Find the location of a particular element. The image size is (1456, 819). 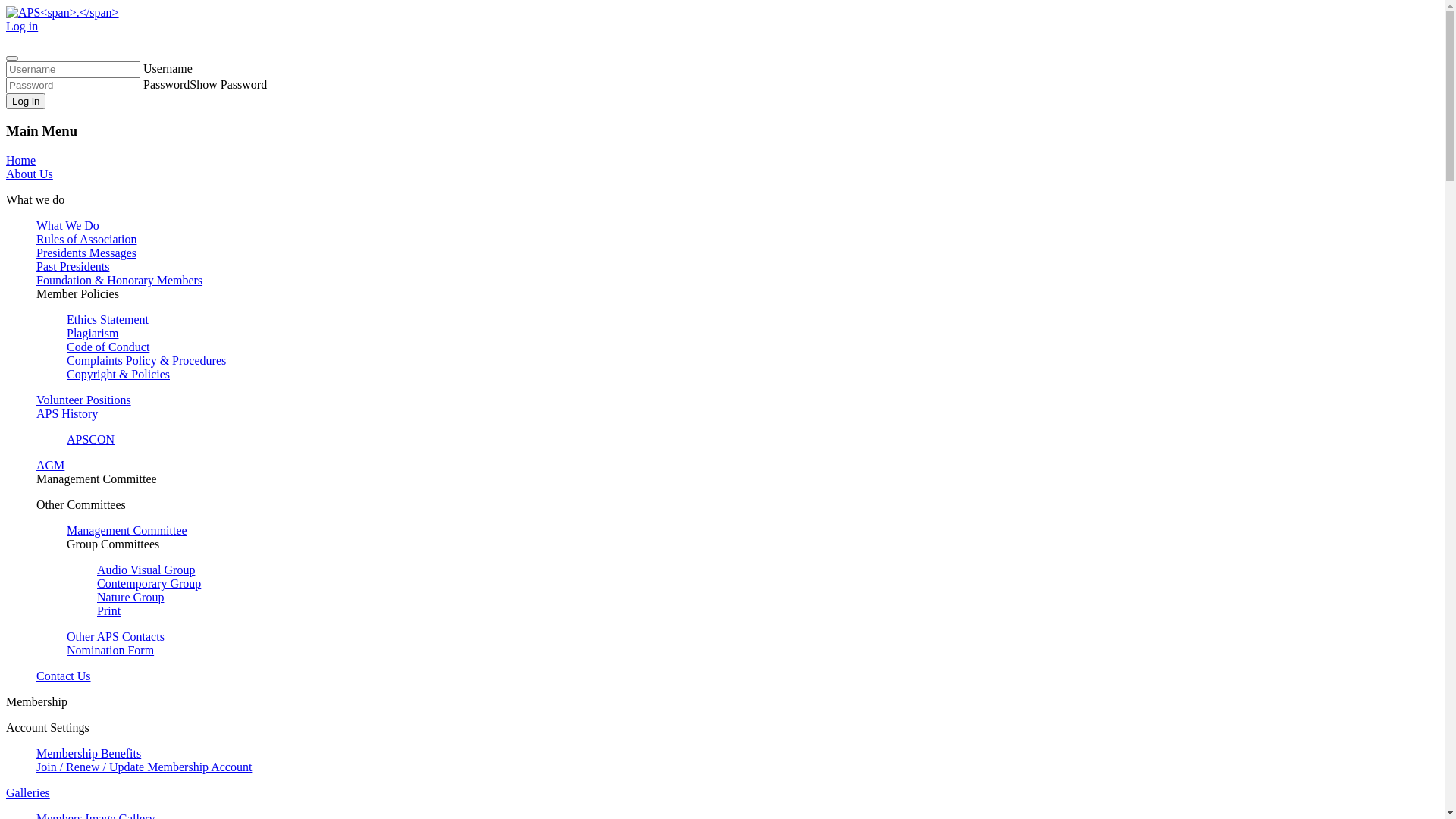

'Code of Conduct' is located at coordinates (107, 347).